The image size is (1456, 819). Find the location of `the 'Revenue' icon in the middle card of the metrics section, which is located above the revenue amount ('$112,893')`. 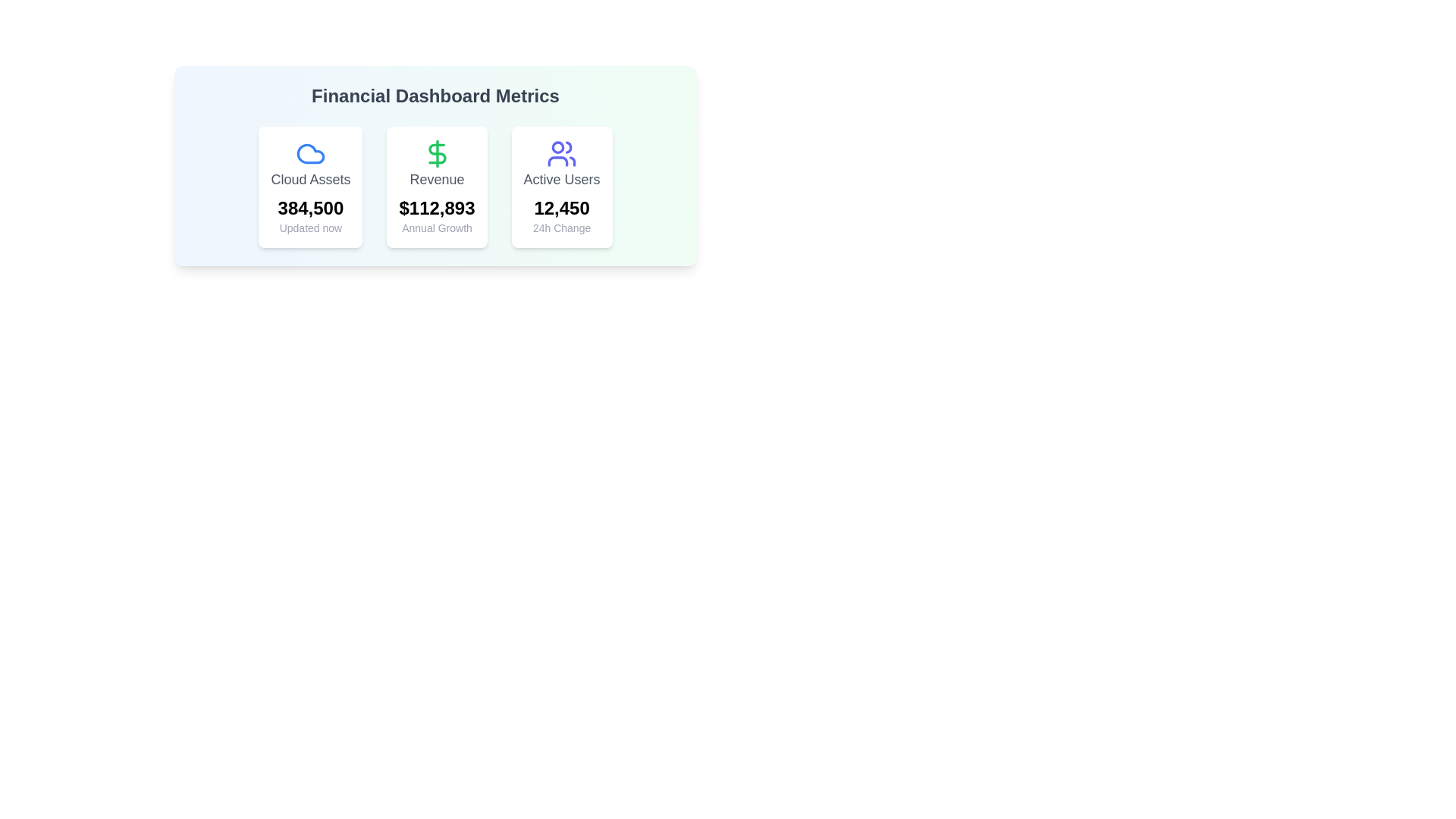

the 'Revenue' icon in the middle card of the metrics section, which is located above the revenue amount ('$112,893') is located at coordinates (436, 154).